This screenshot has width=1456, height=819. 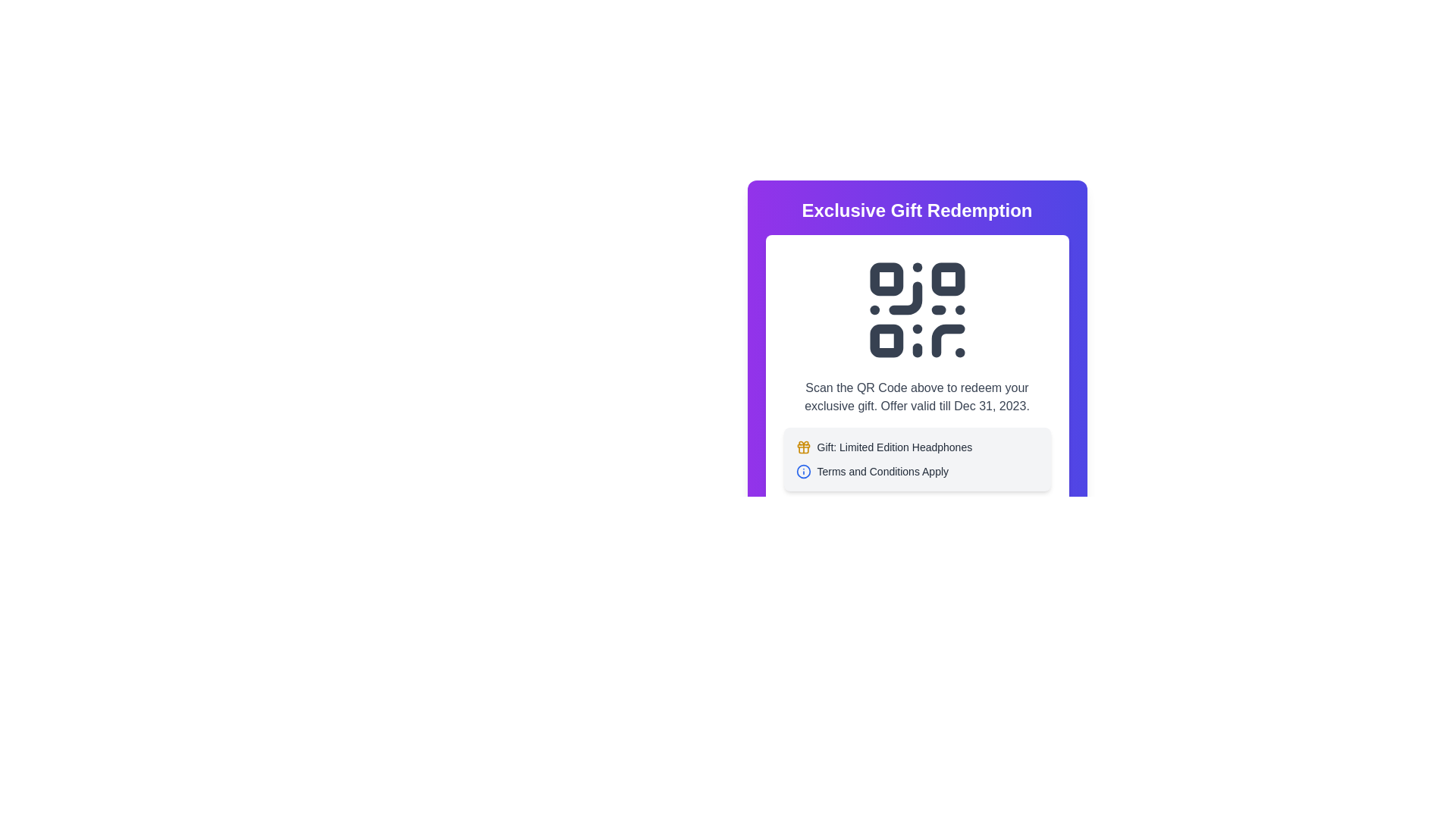 What do you see at coordinates (916, 458) in the screenshot?
I see `the informational block element that contains the text 'Gift: Limited Edition Headphones' and 'Terms and Conditions Apply', which is located below the QR code section` at bounding box center [916, 458].